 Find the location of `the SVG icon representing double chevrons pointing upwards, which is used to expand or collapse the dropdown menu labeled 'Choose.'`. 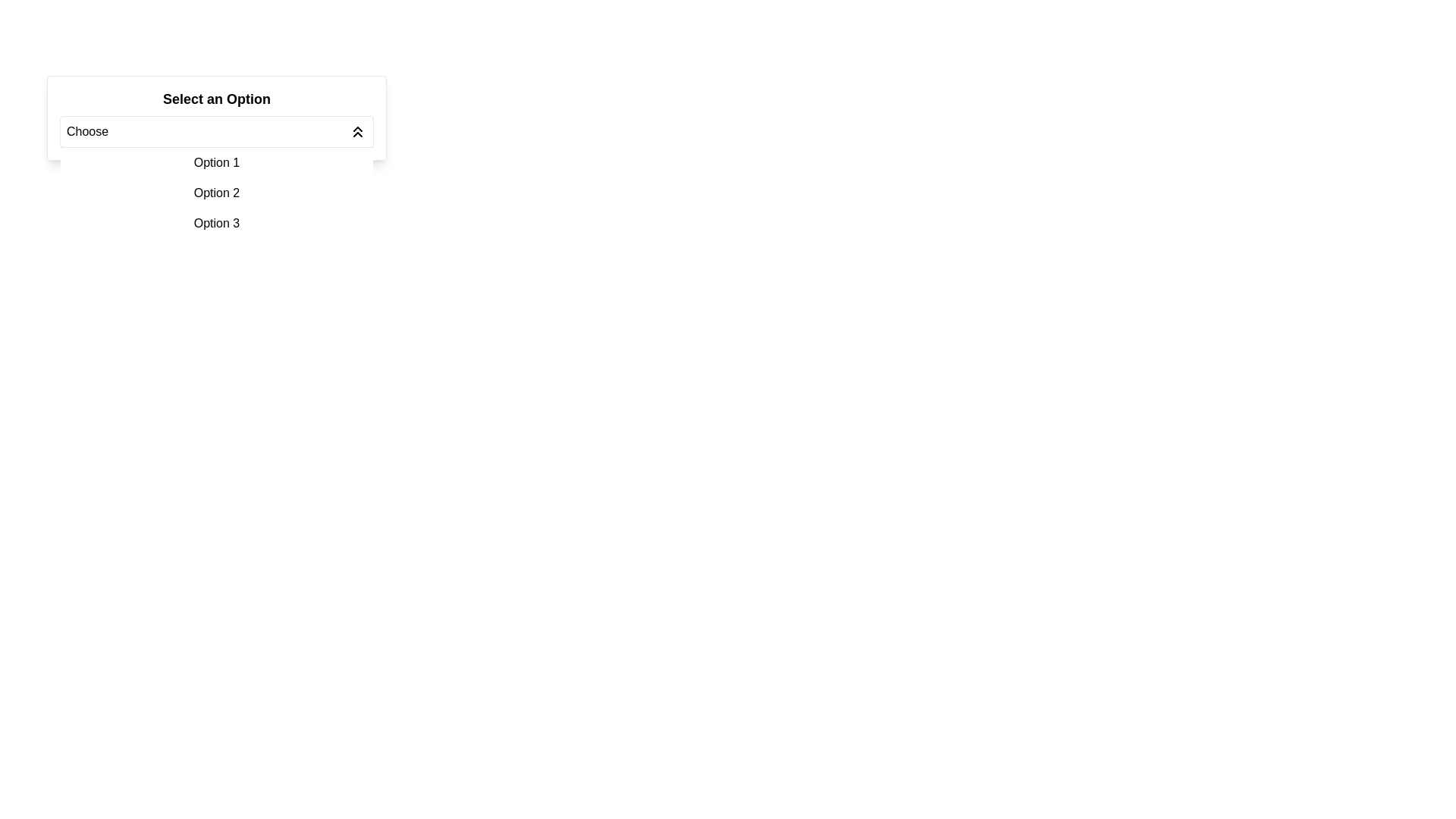

the SVG icon representing double chevrons pointing upwards, which is used to expand or collapse the dropdown menu labeled 'Choose.' is located at coordinates (356, 130).